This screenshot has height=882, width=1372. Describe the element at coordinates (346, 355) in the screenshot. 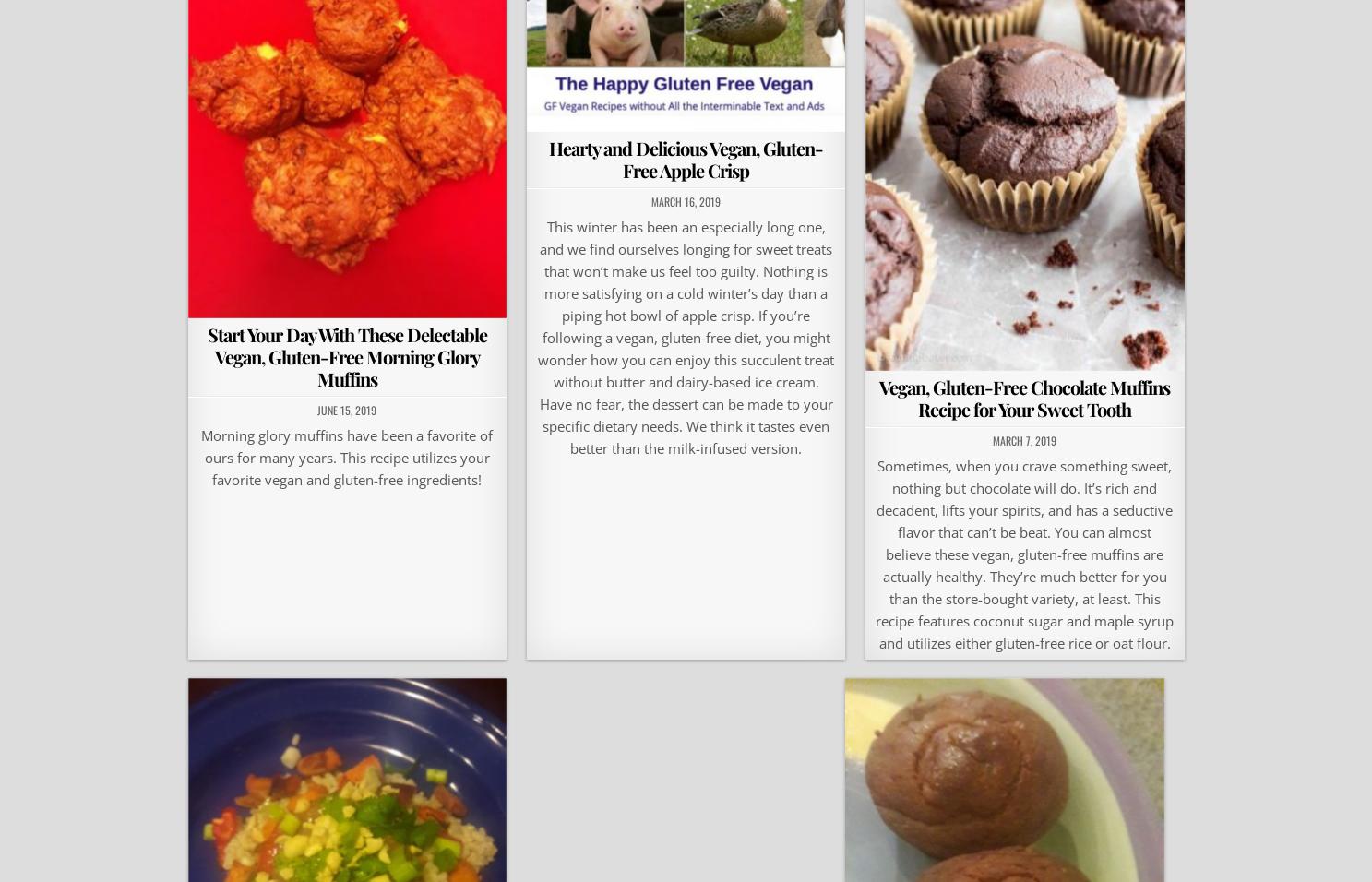

I see `'Start Your Day With These Delectable Vegan, Gluten-Free Morning Glory Muffins'` at that location.